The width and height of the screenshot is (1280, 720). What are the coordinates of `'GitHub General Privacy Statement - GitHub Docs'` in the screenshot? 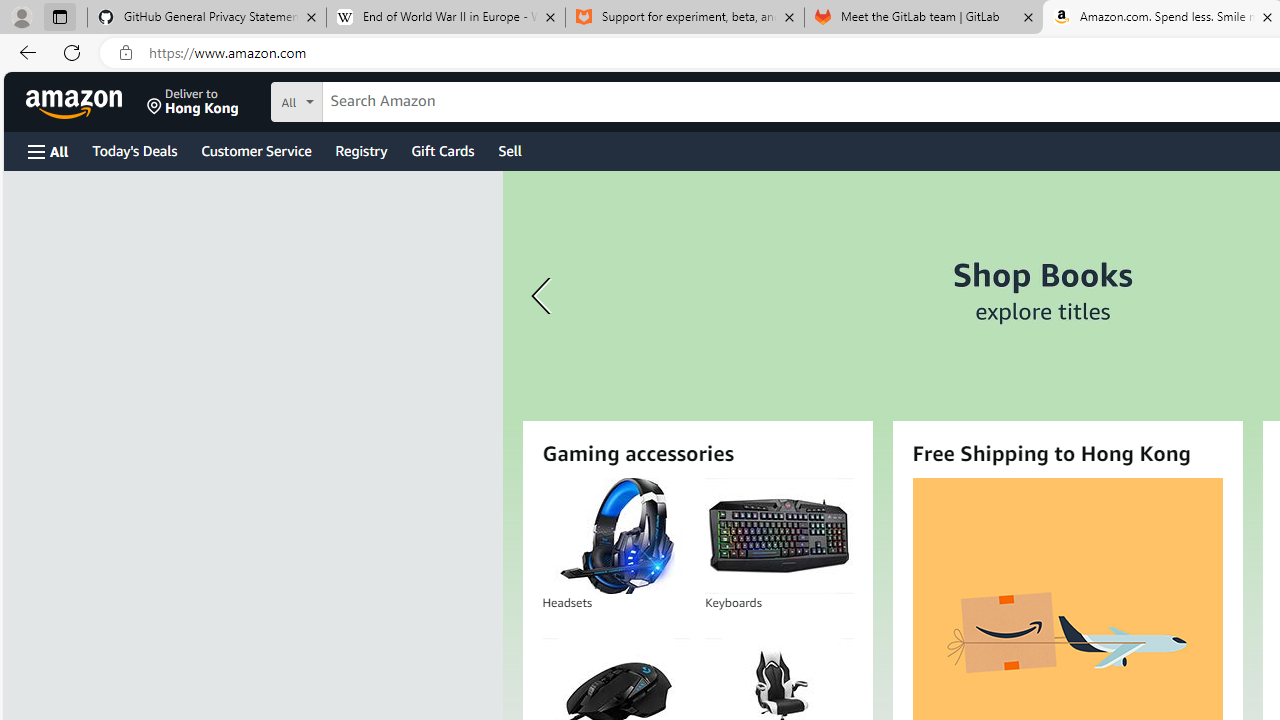 It's located at (207, 17).